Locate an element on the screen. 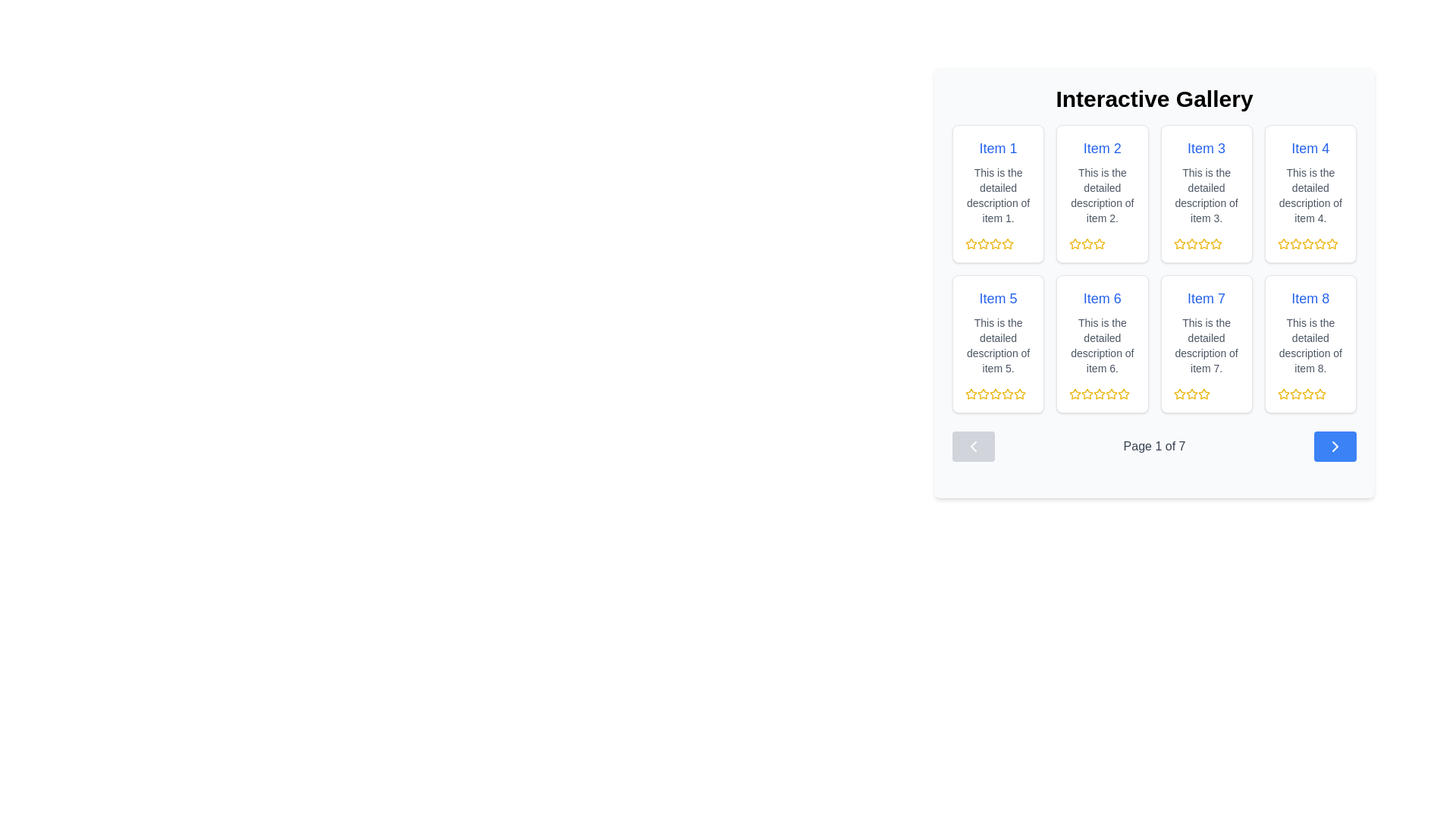  the second yellow star in the 5-star rating system of the 'Item 4' card in the 'Interactive Gallery' is located at coordinates (1294, 243).